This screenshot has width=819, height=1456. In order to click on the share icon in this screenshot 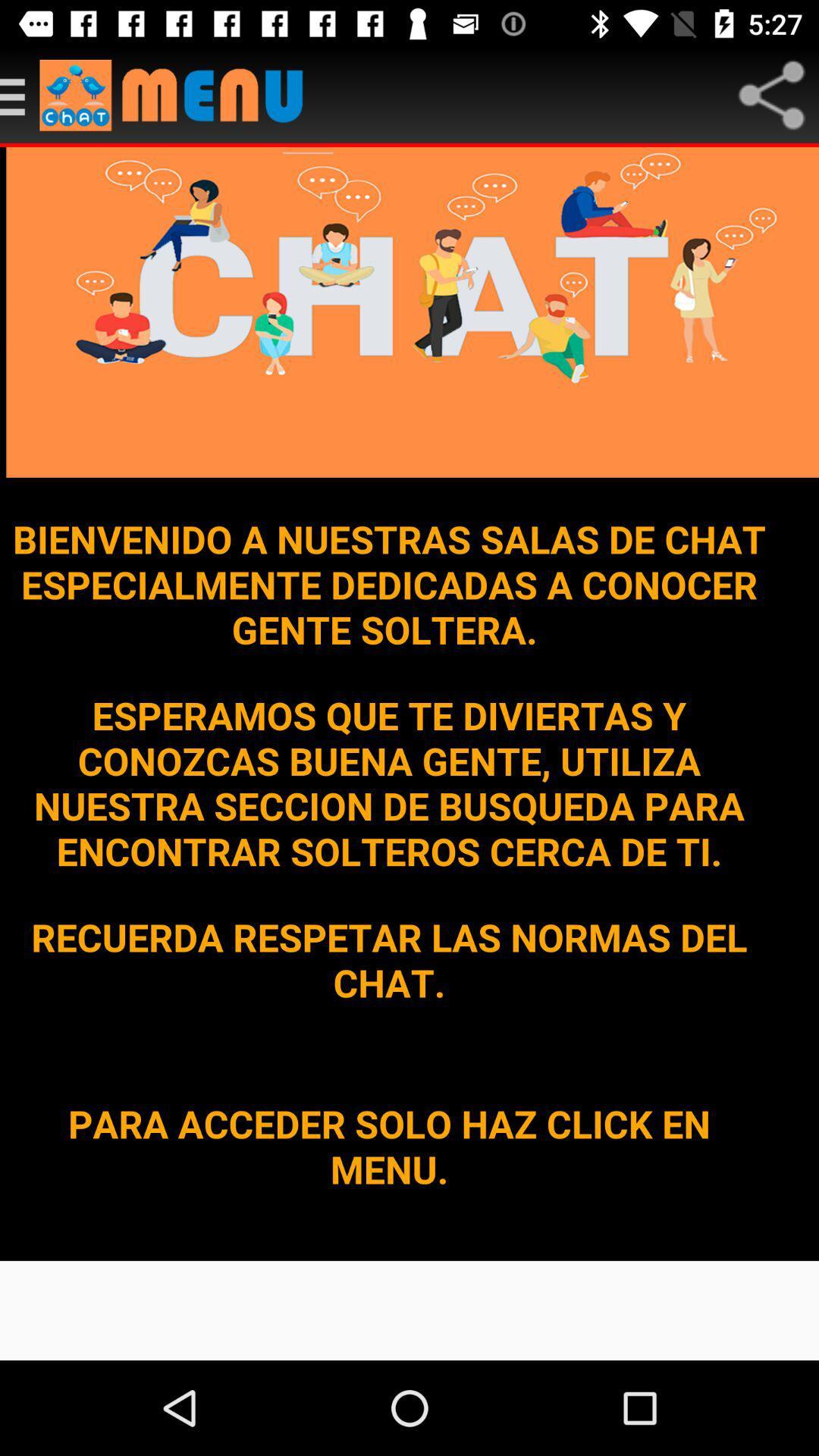, I will do `click(771, 94)`.